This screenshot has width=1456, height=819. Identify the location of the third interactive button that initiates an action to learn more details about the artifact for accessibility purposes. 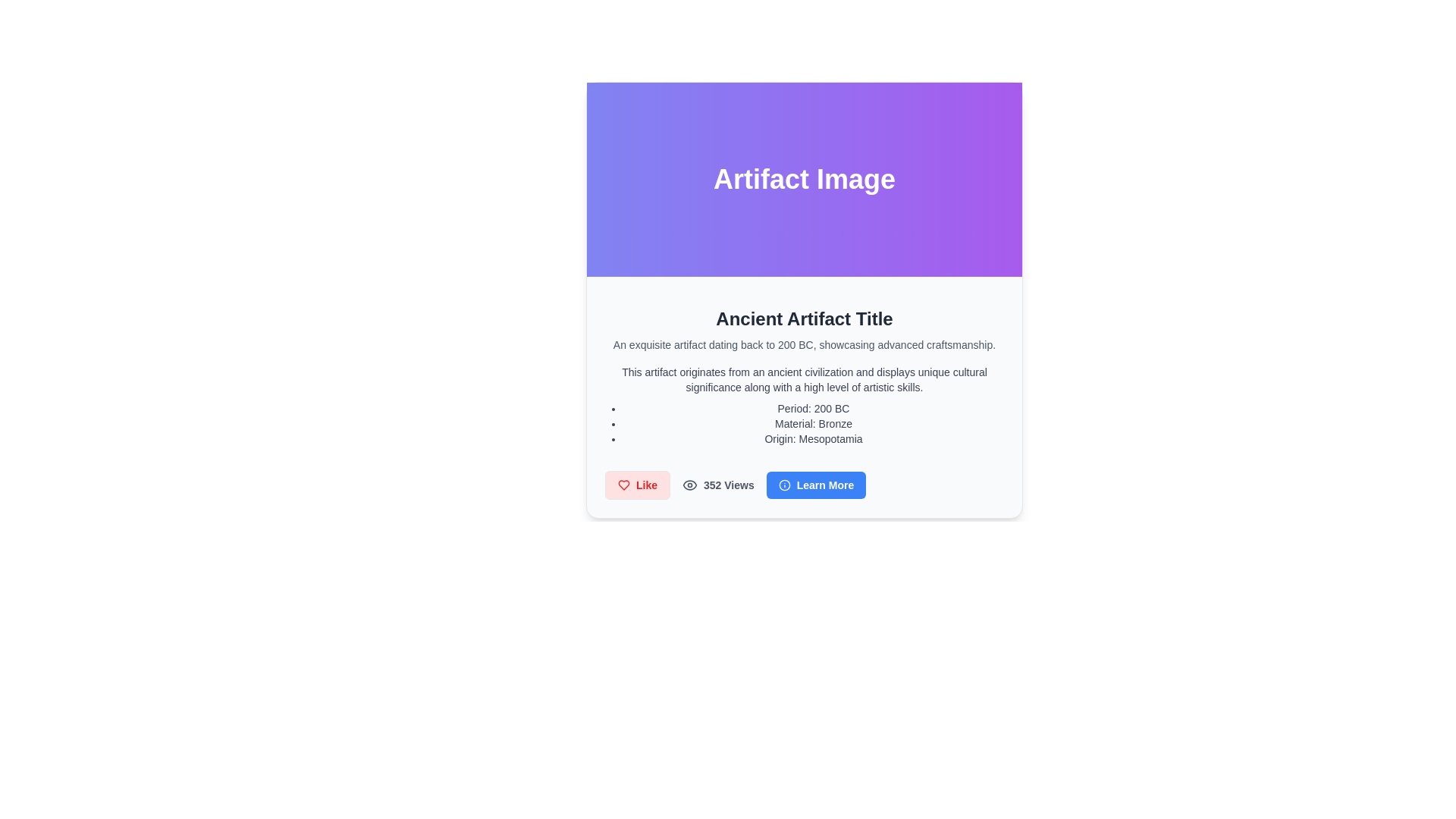
(815, 485).